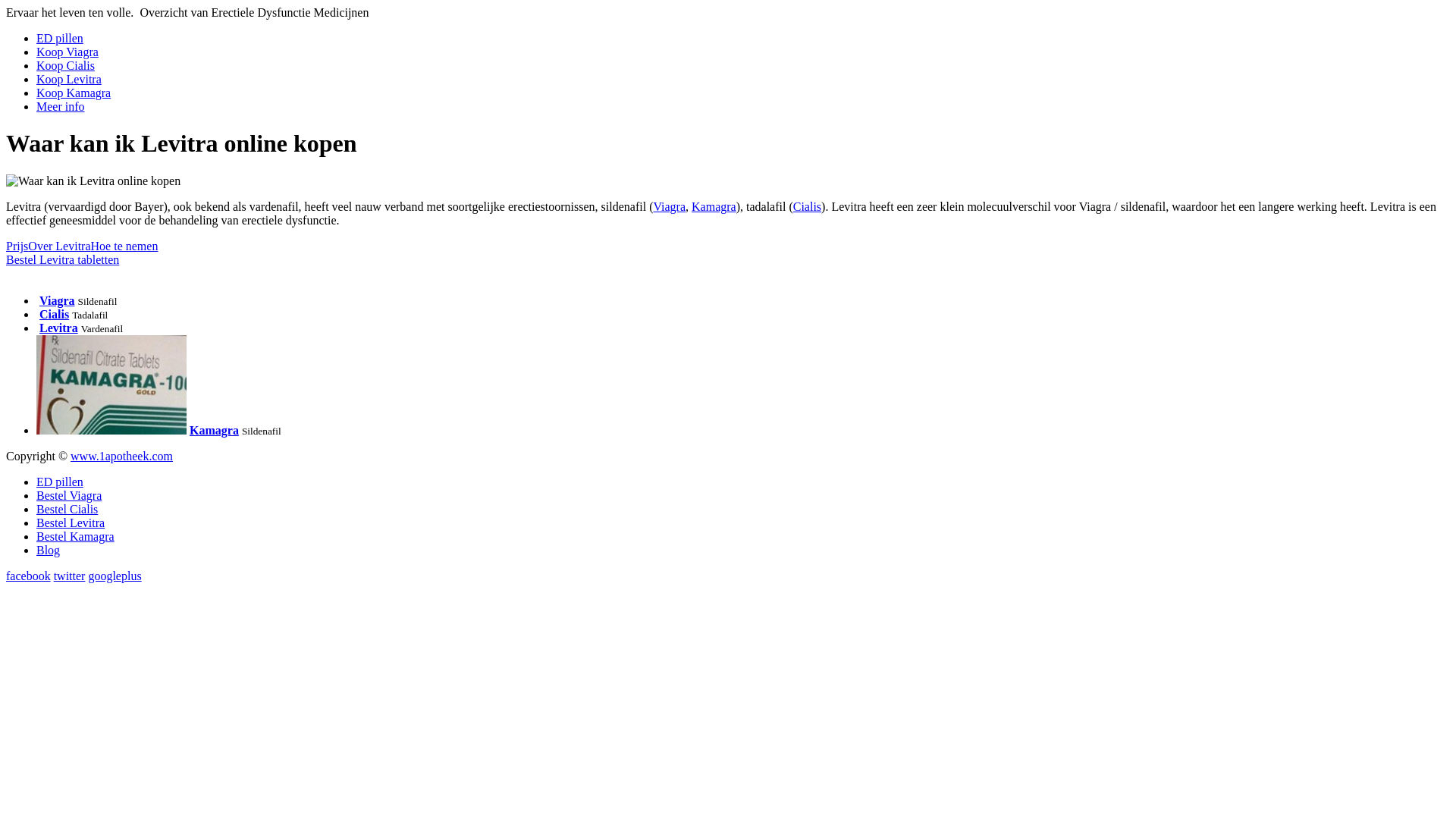 The width and height of the screenshot is (1456, 819). I want to click on 'Hoe te nemen', so click(124, 245).